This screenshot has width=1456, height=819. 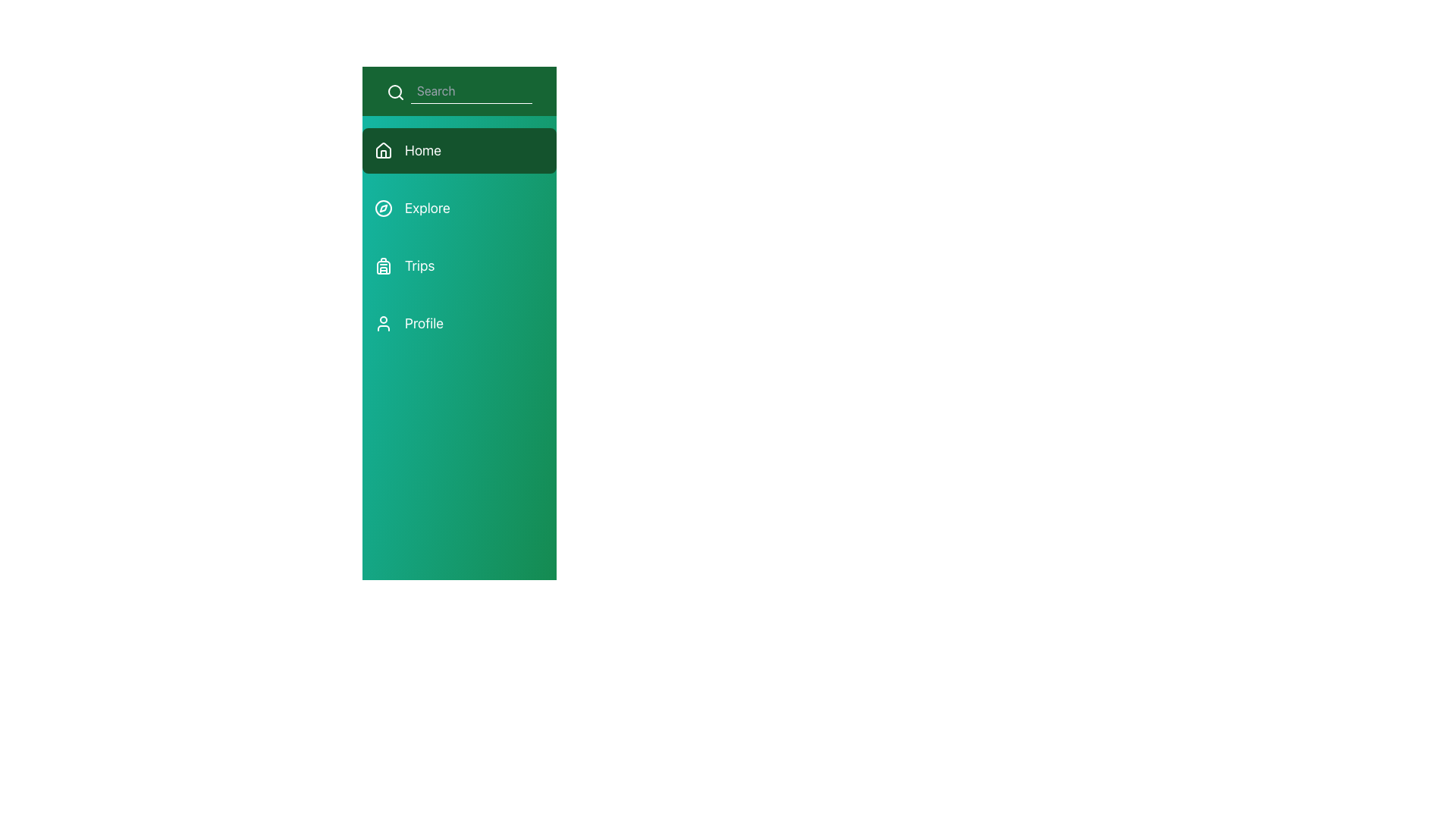 What do you see at coordinates (426, 208) in the screenshot?
I see `the 'Explore' TextLabel in the navigation menu` at bounding box center [426, 208].